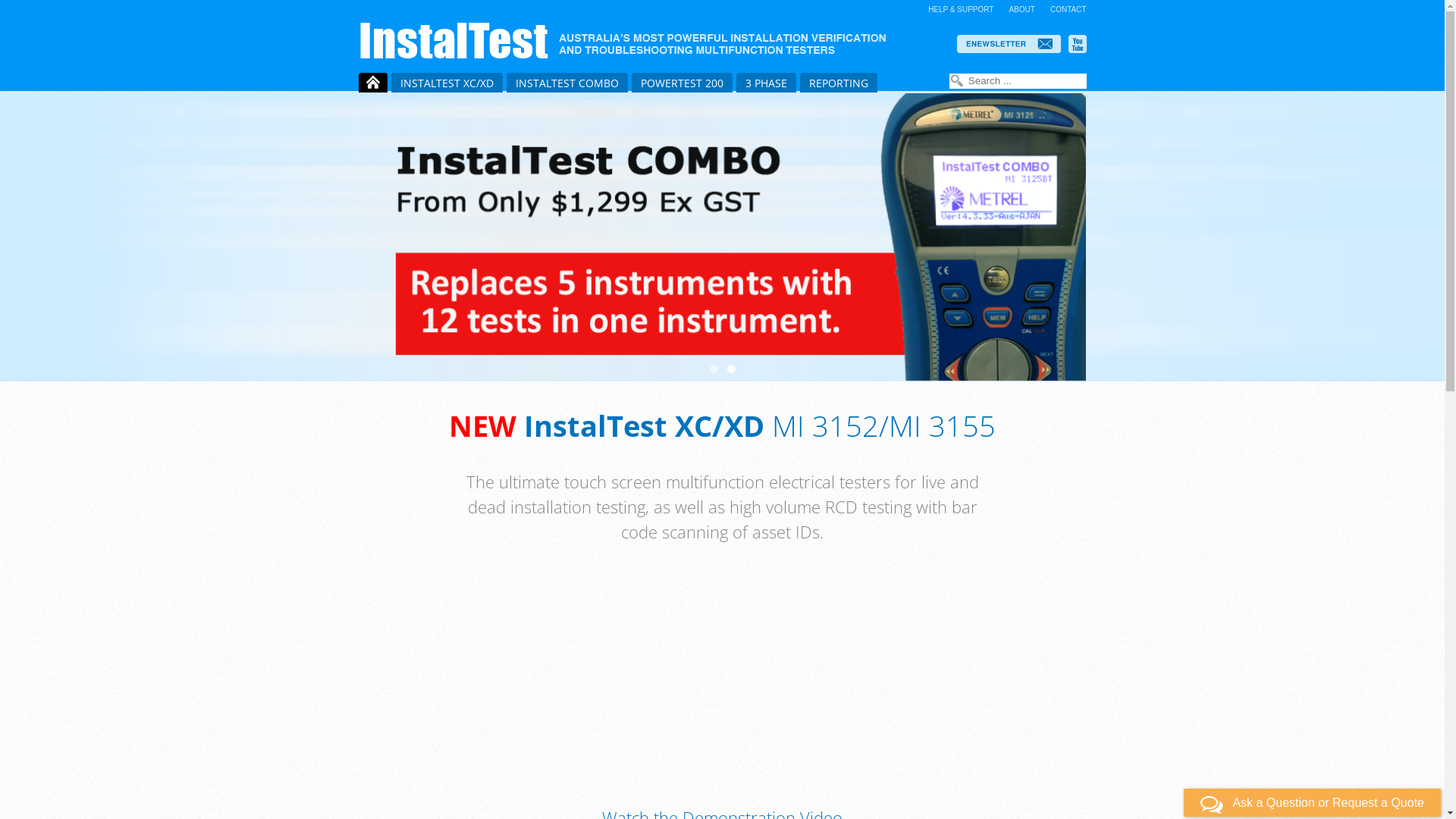 This screenshot has height=819, width=1456. I want to click on 'INSTALTEST COMBO', so click(566, 83).